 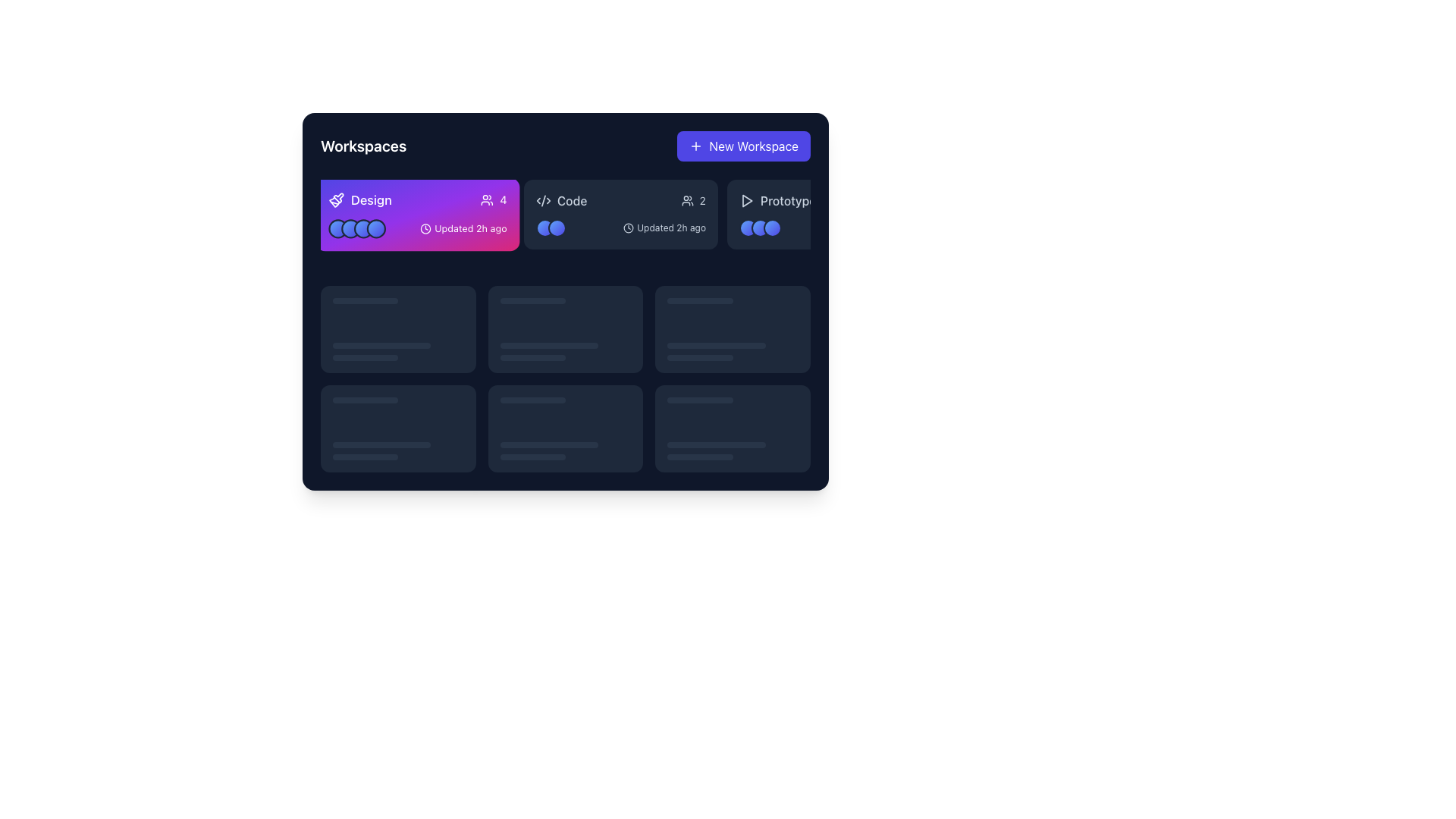 I want to click on the design of the 'Design' icon located to the left of the 'Design' button in the top-left grid of the interface, so click(x=335, y=199).